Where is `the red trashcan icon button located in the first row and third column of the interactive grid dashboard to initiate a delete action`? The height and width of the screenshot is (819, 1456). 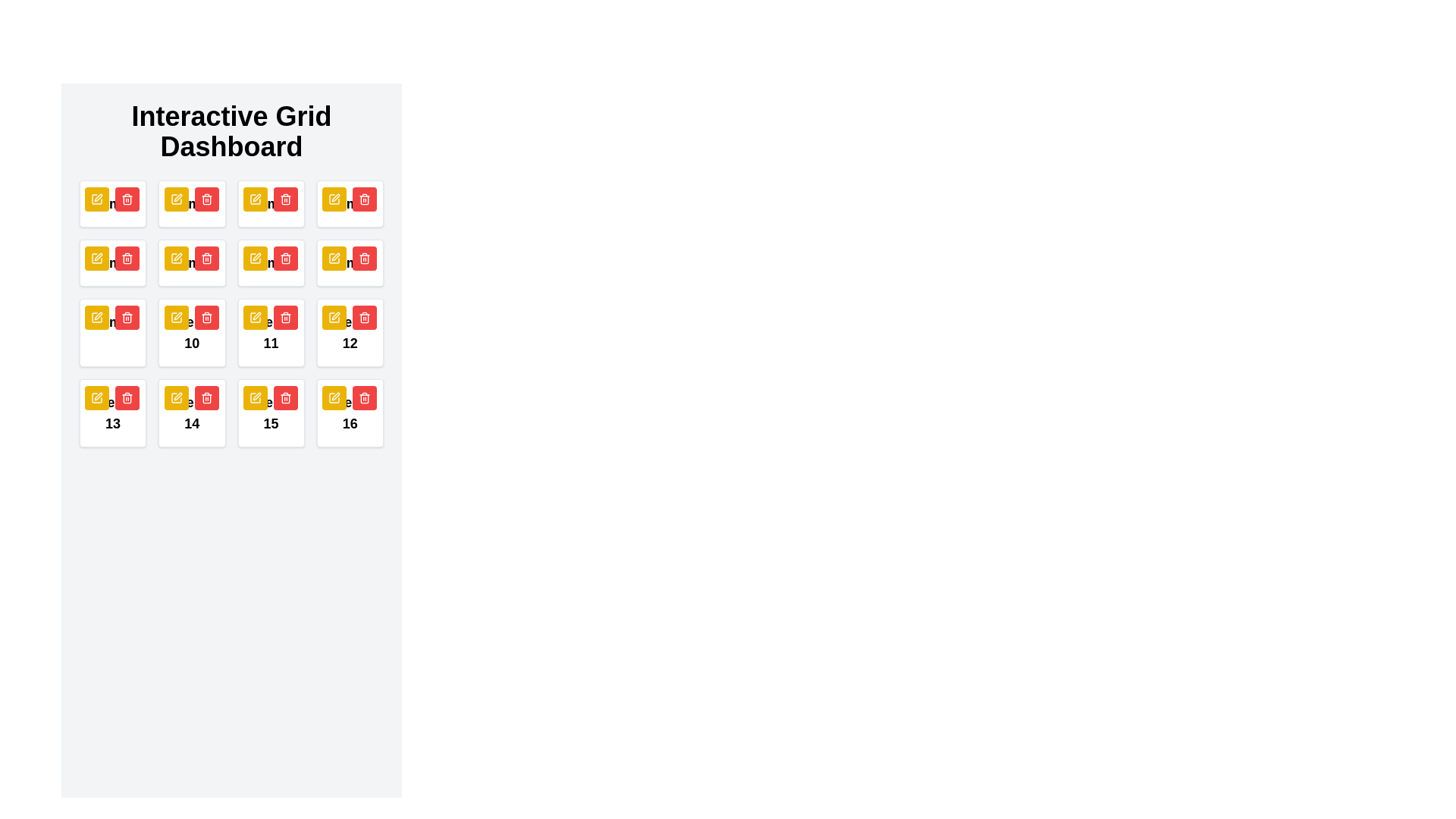 the red trashcan icon button located in the first row and third column of the interactive grid dashboard to initiate a delete action is located at coordinates (206, 198).